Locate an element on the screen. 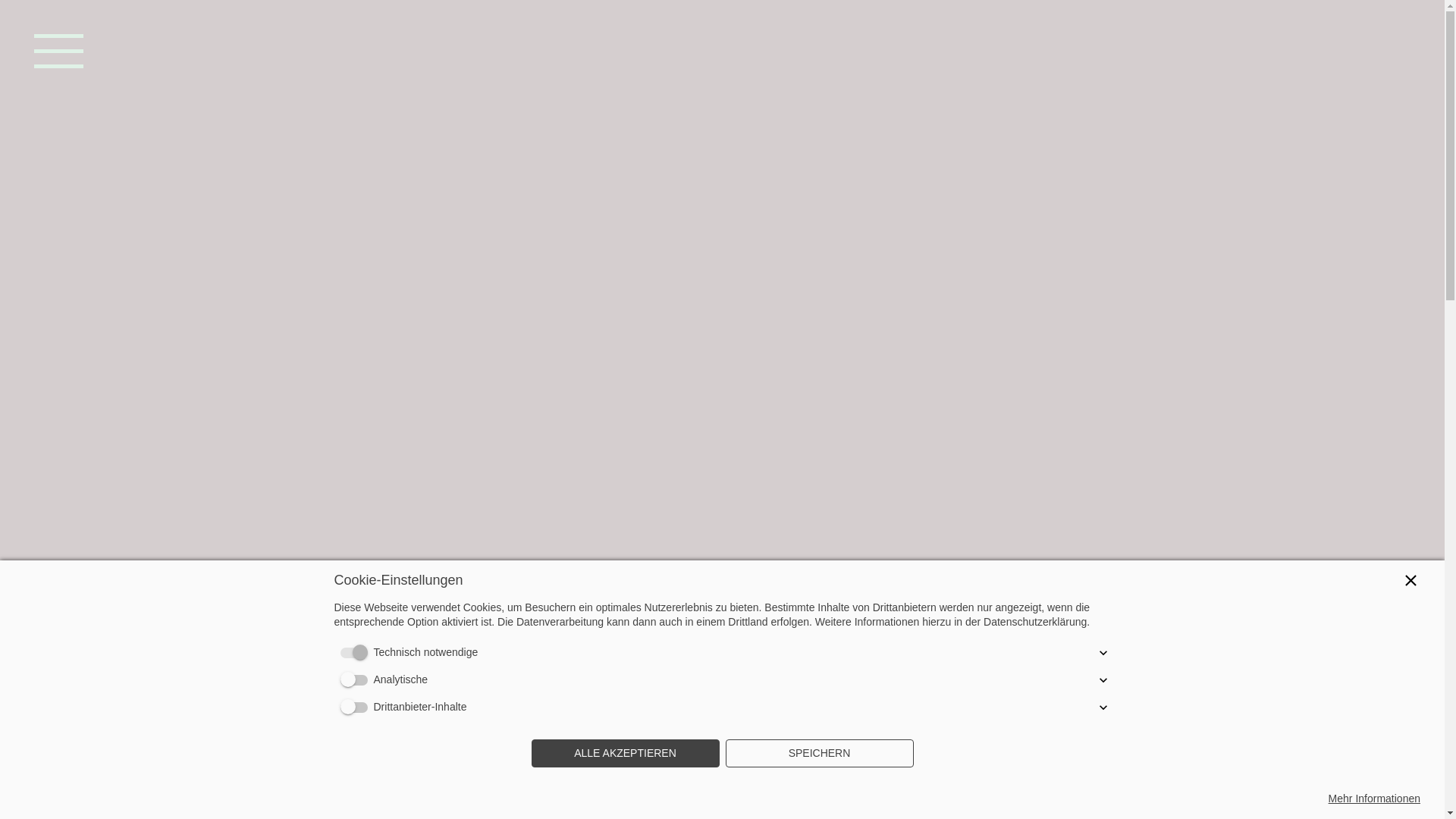  'ALLE AKZEPTIEREN' is located at coordinates (531, 754).